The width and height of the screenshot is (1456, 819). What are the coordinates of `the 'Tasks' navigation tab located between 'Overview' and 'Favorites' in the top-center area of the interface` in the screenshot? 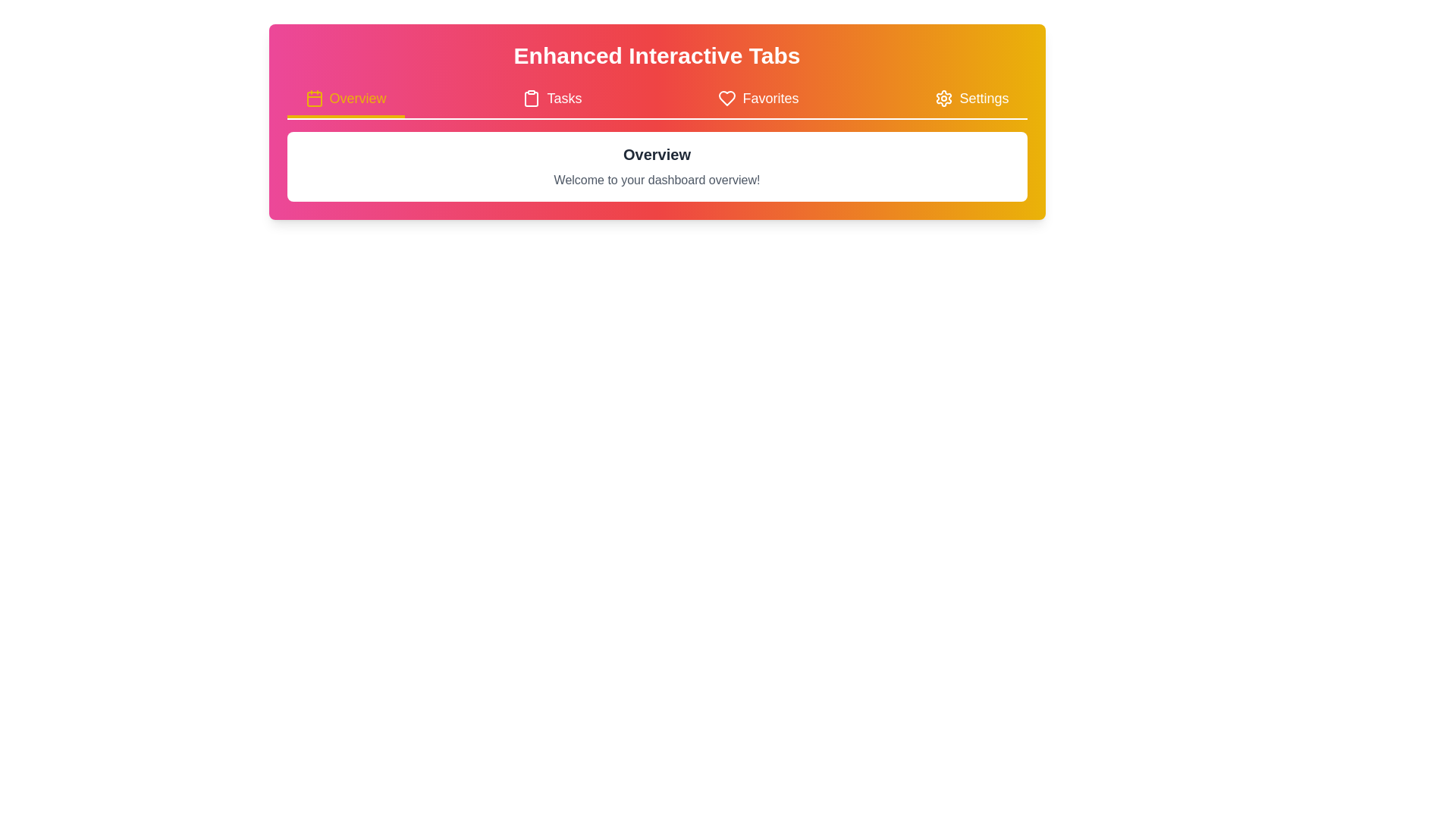 It's located at (551, 99).